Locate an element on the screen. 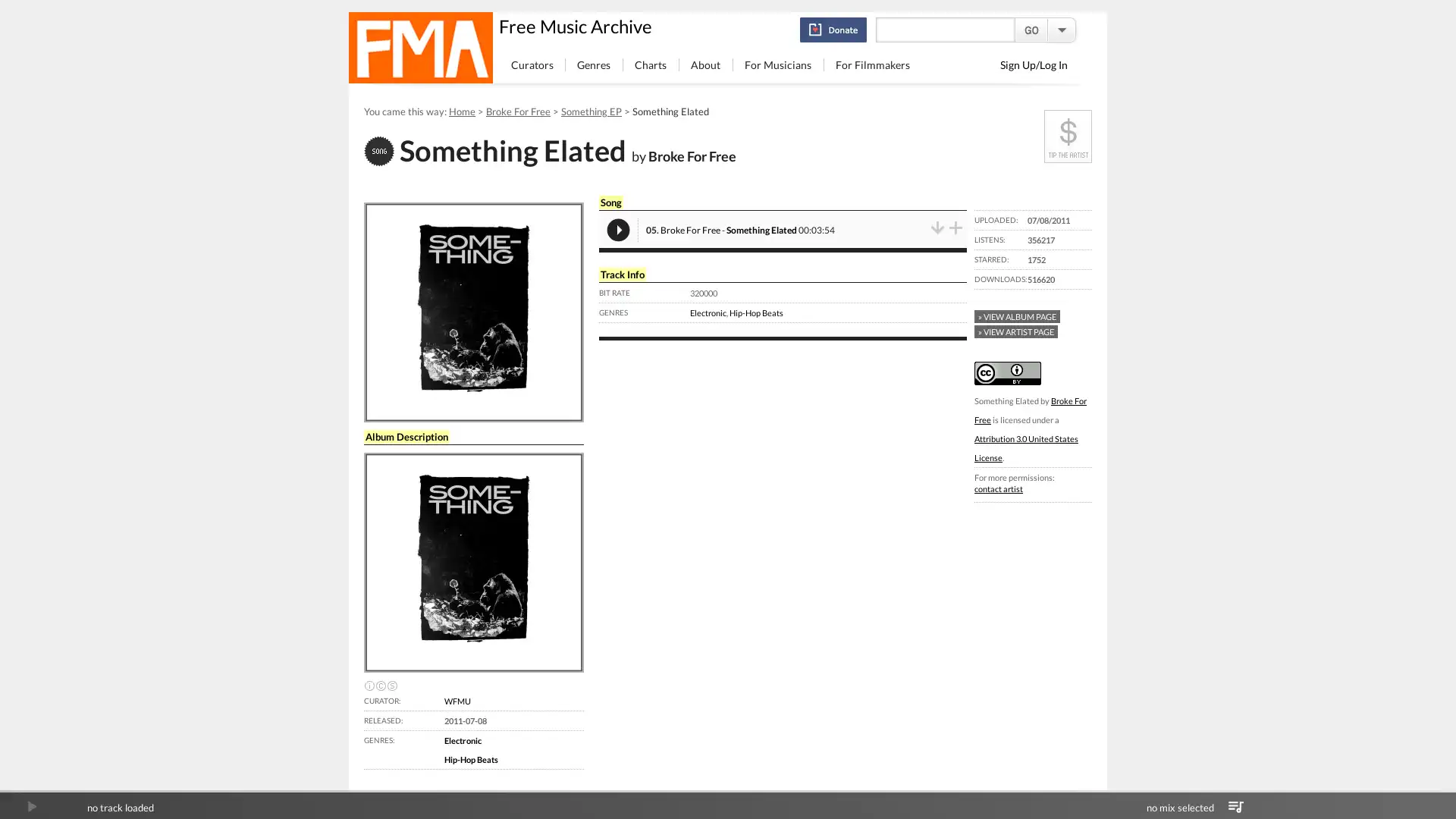 Image resolution: width=1456 pixels, height=819 pixels. play is located at coordinates (31, 806).